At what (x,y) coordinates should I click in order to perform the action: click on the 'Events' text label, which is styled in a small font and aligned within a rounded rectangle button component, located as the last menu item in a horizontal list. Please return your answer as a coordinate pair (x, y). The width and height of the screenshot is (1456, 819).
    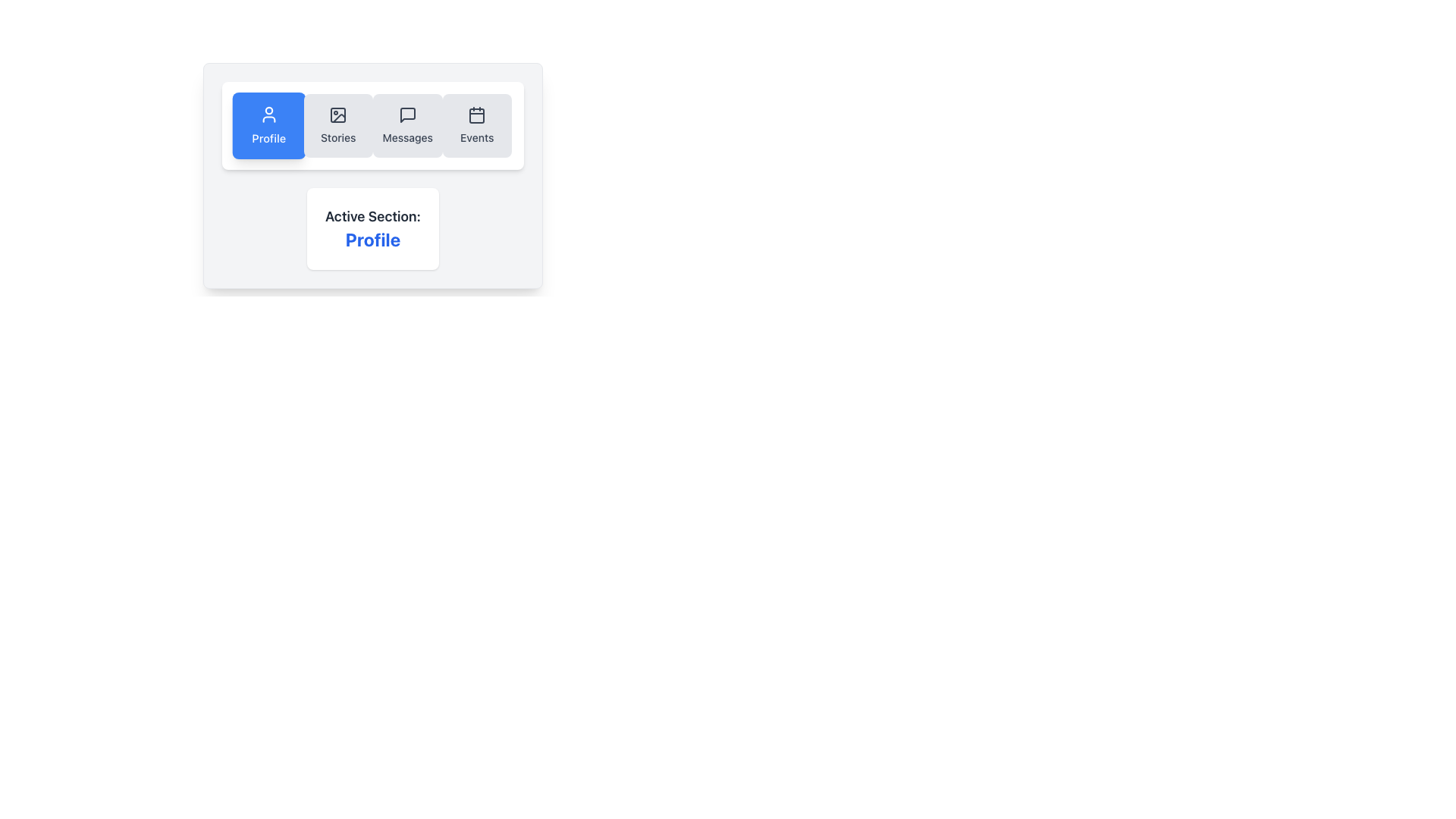
    Looking at the image, I should click on (476, 137).